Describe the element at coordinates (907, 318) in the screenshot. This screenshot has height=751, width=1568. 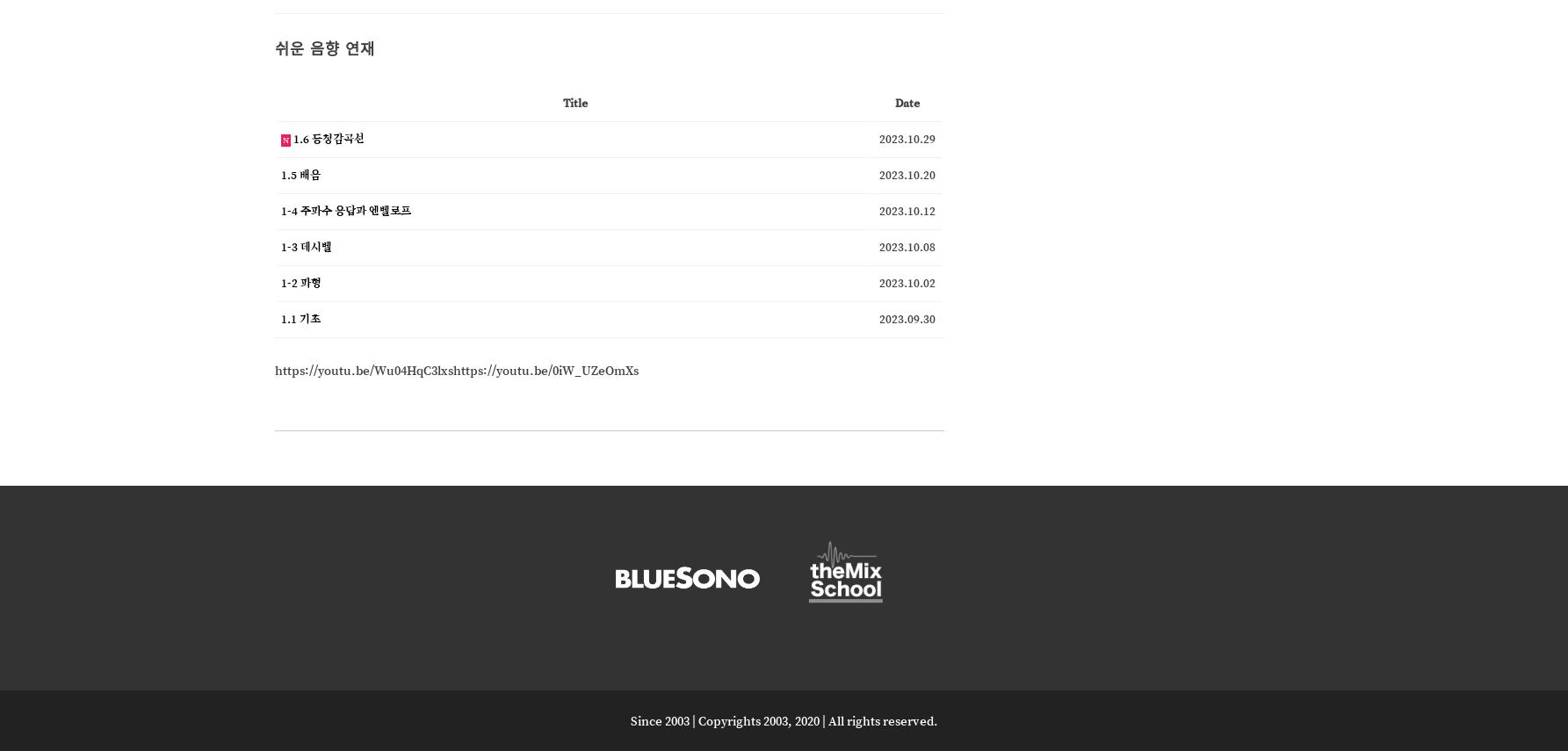
I see `'2023.09.30'` at that location.